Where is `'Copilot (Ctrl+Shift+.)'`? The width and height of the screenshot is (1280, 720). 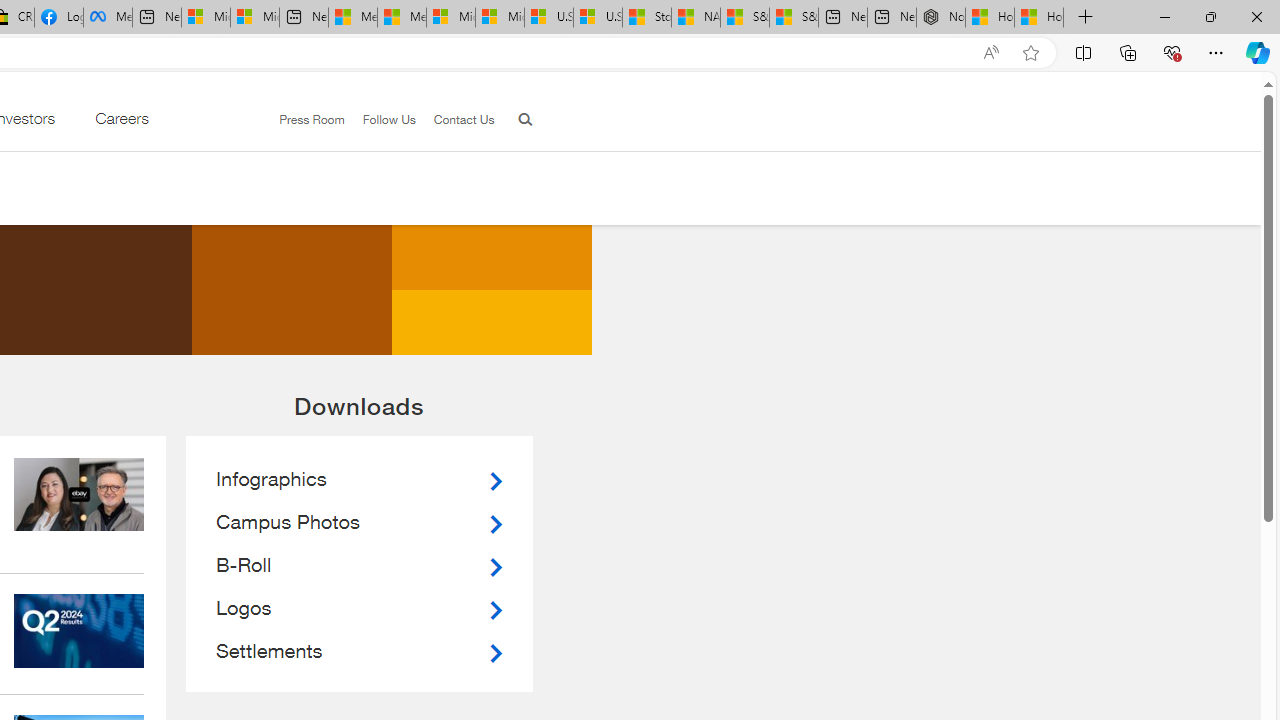
'Copilot (Ctrl+Shift+.)' is located at coordinates (1257, 51).